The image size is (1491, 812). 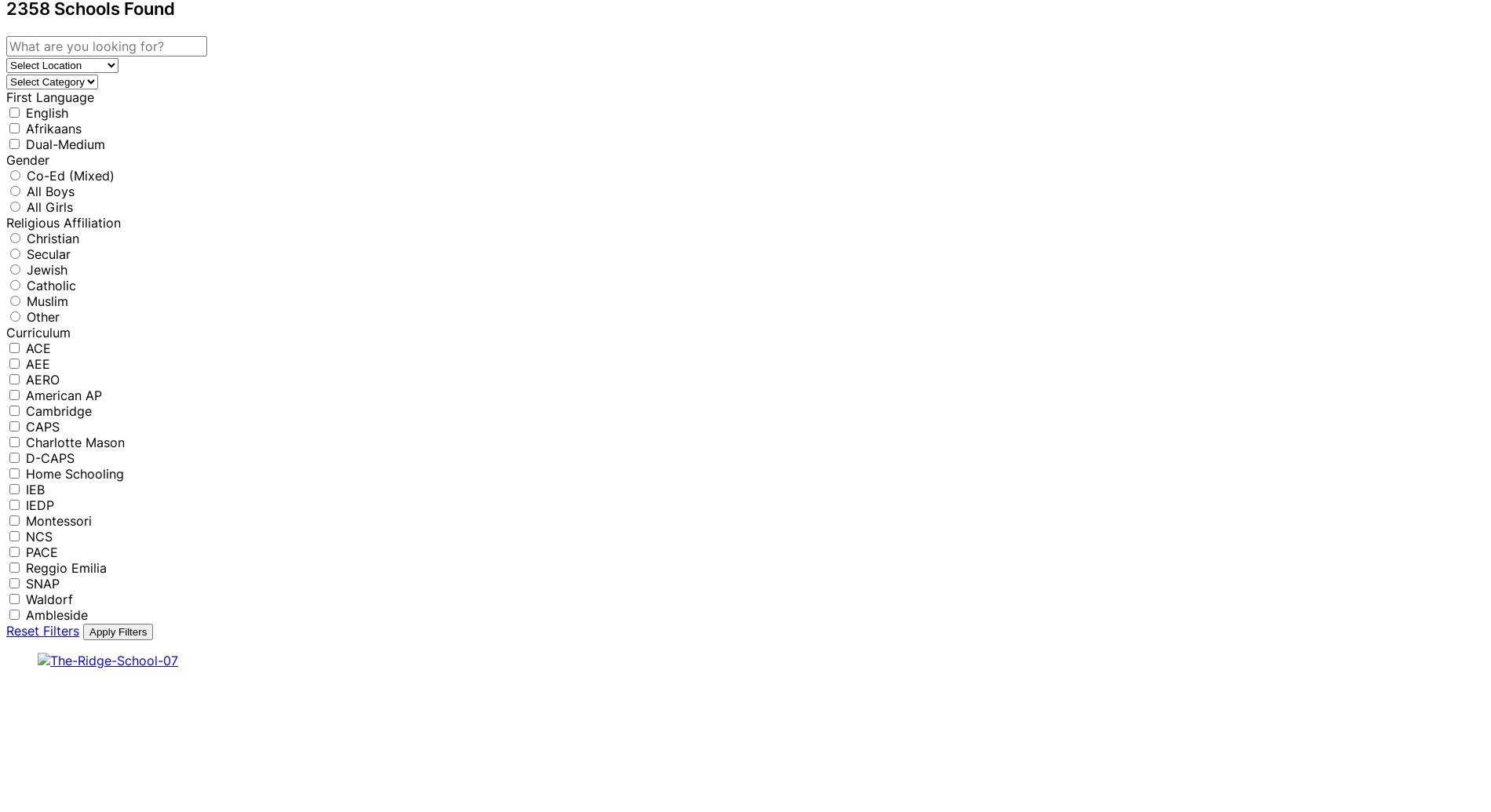 What do you see at coordinates (27, 158) in the screenshot?
I see `'Gender'` at bounding box center [27, 158].